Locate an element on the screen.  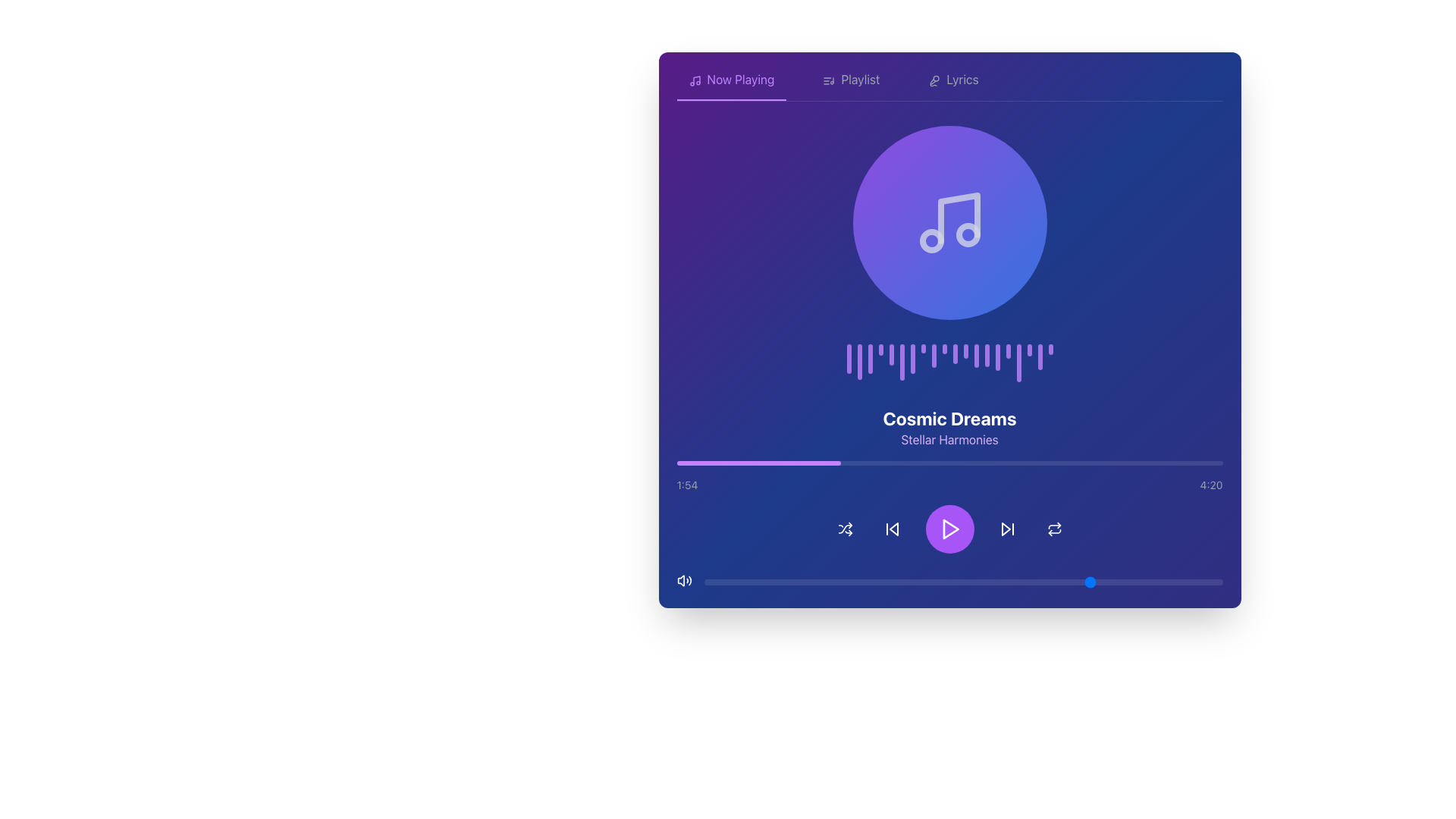
the menu tab button for navigating to the playlist section of the application to observe the hover effect is located at coordinates (852, 85).